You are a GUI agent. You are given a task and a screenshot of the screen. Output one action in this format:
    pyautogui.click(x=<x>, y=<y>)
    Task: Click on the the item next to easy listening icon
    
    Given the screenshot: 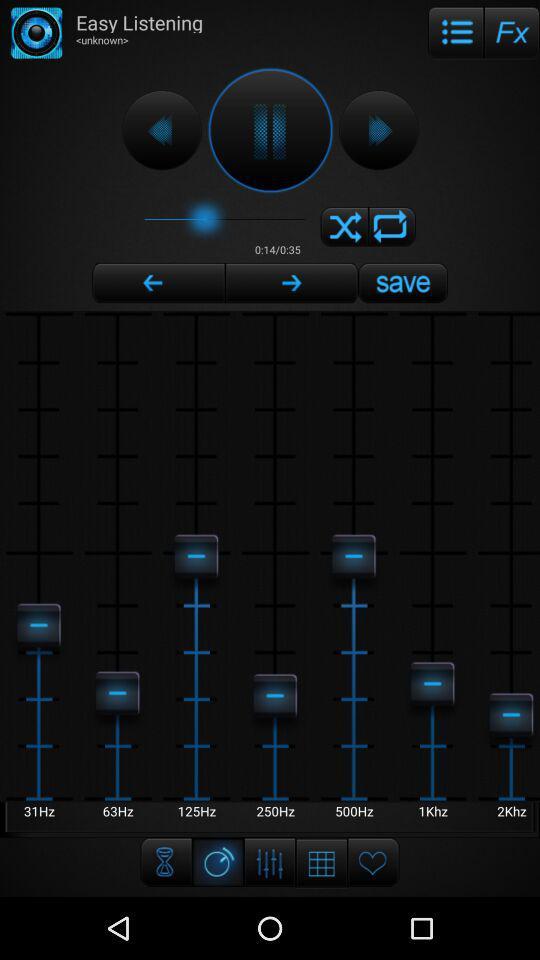 What is the action you would take?
    pyautogui.click(x=456, y=32)
    